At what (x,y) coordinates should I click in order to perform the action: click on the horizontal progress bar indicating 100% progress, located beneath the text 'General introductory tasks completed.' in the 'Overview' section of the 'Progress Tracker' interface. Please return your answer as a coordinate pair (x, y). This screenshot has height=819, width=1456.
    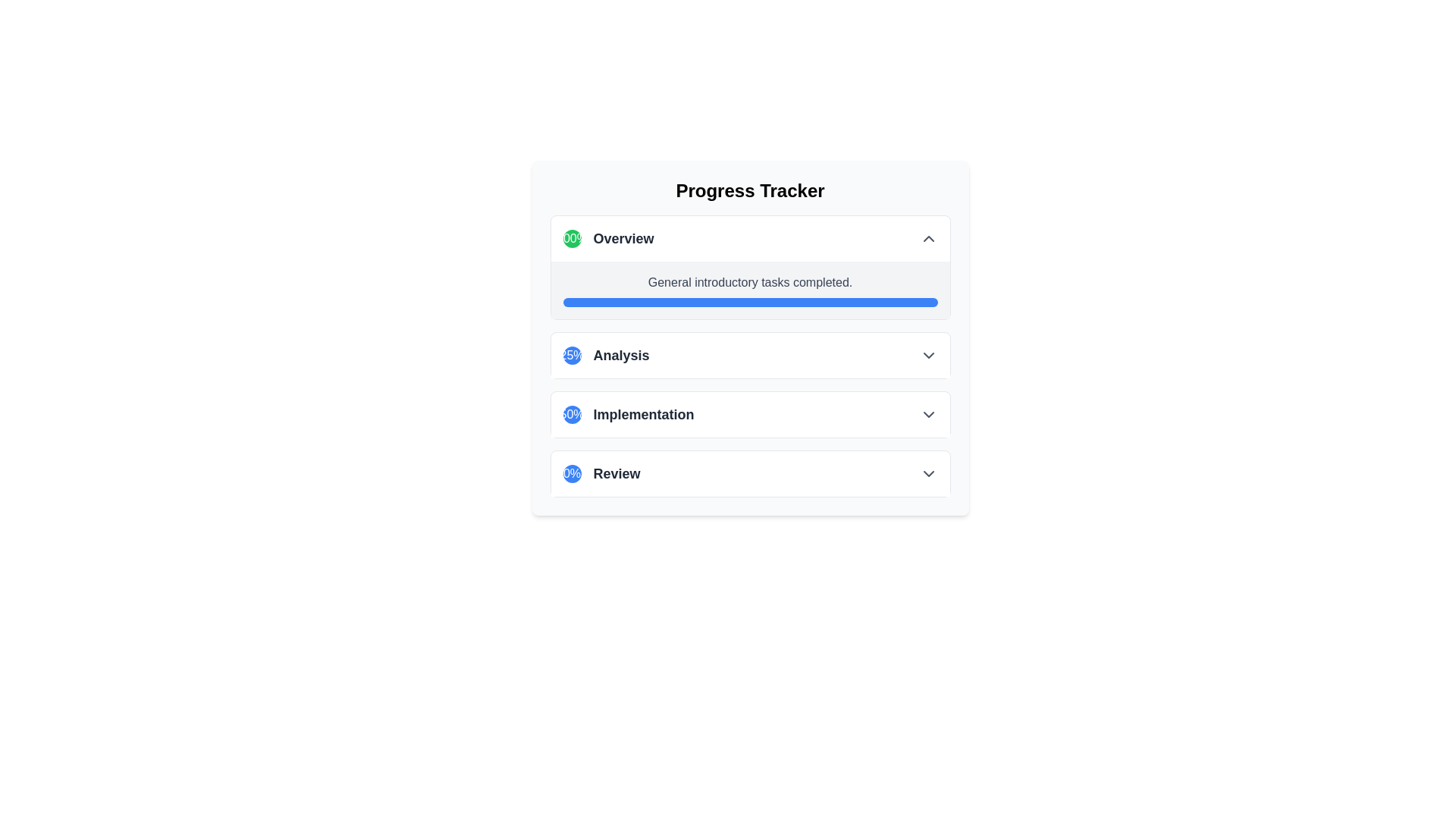
    Looking at the image, I should click on (750, 302).